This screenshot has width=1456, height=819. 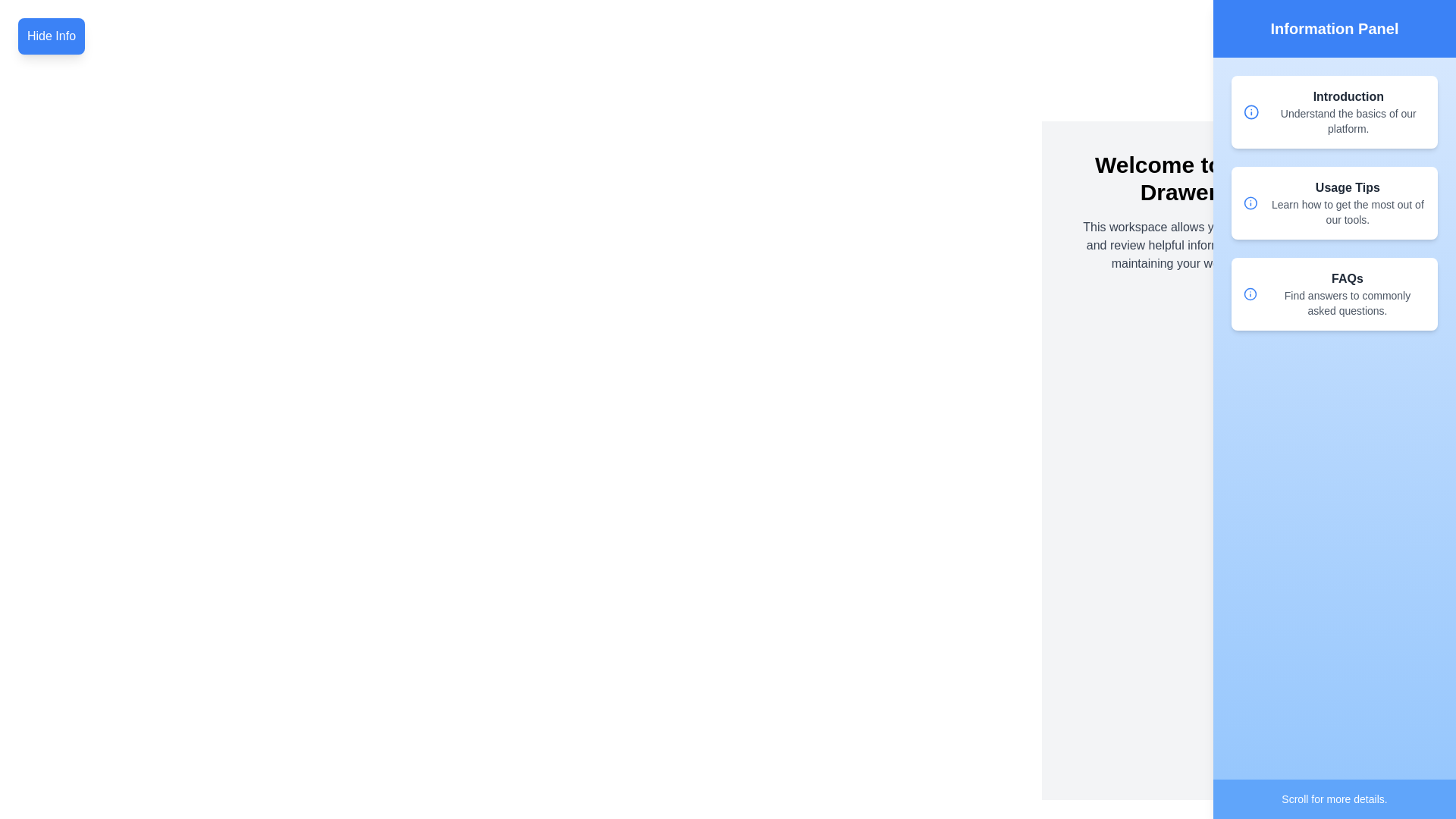 What do you see at coordinates (1347, 294) in the screenshot?
I see `the third informational card in the right-side 'Information Panel' section, which provides access to frequently asked questions` at bounding box center [1347, 294].